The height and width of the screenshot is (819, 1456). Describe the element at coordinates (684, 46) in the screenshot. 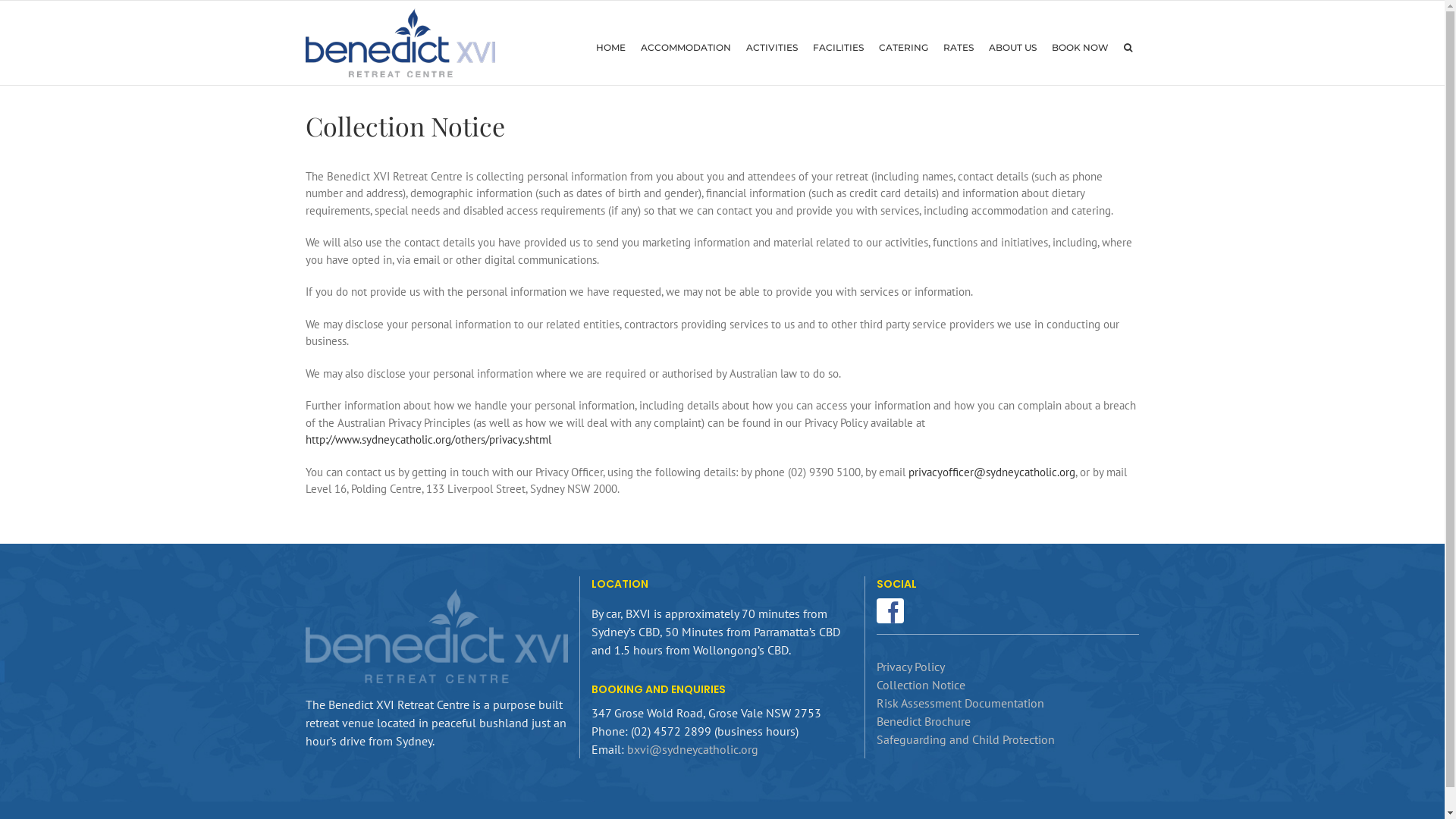

I see `'ACCOMMODATION'` at that location.